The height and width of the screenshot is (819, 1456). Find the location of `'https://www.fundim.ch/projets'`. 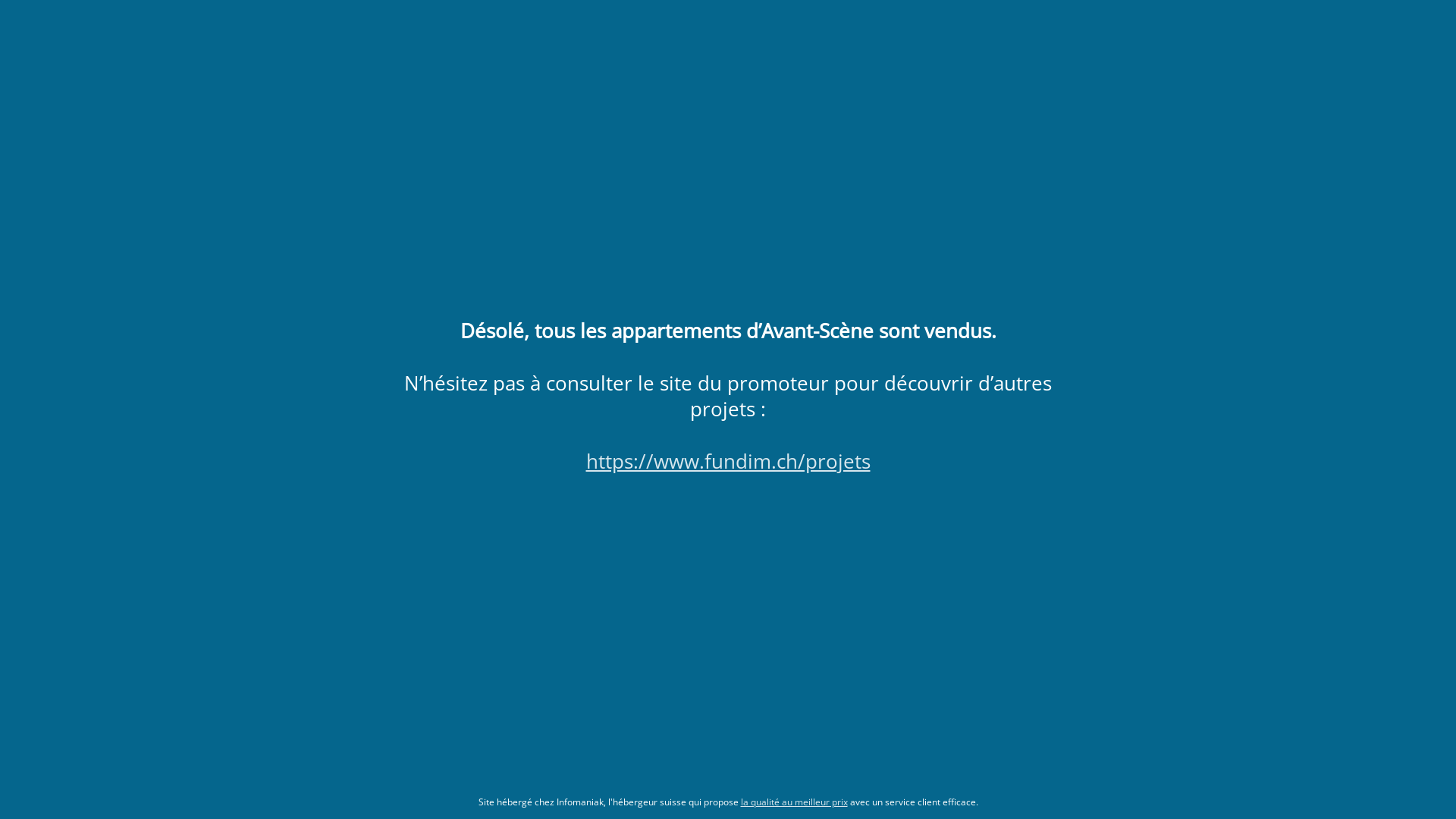

'https://www.fundim.ch/projets' is located at coordinates (726, 460).